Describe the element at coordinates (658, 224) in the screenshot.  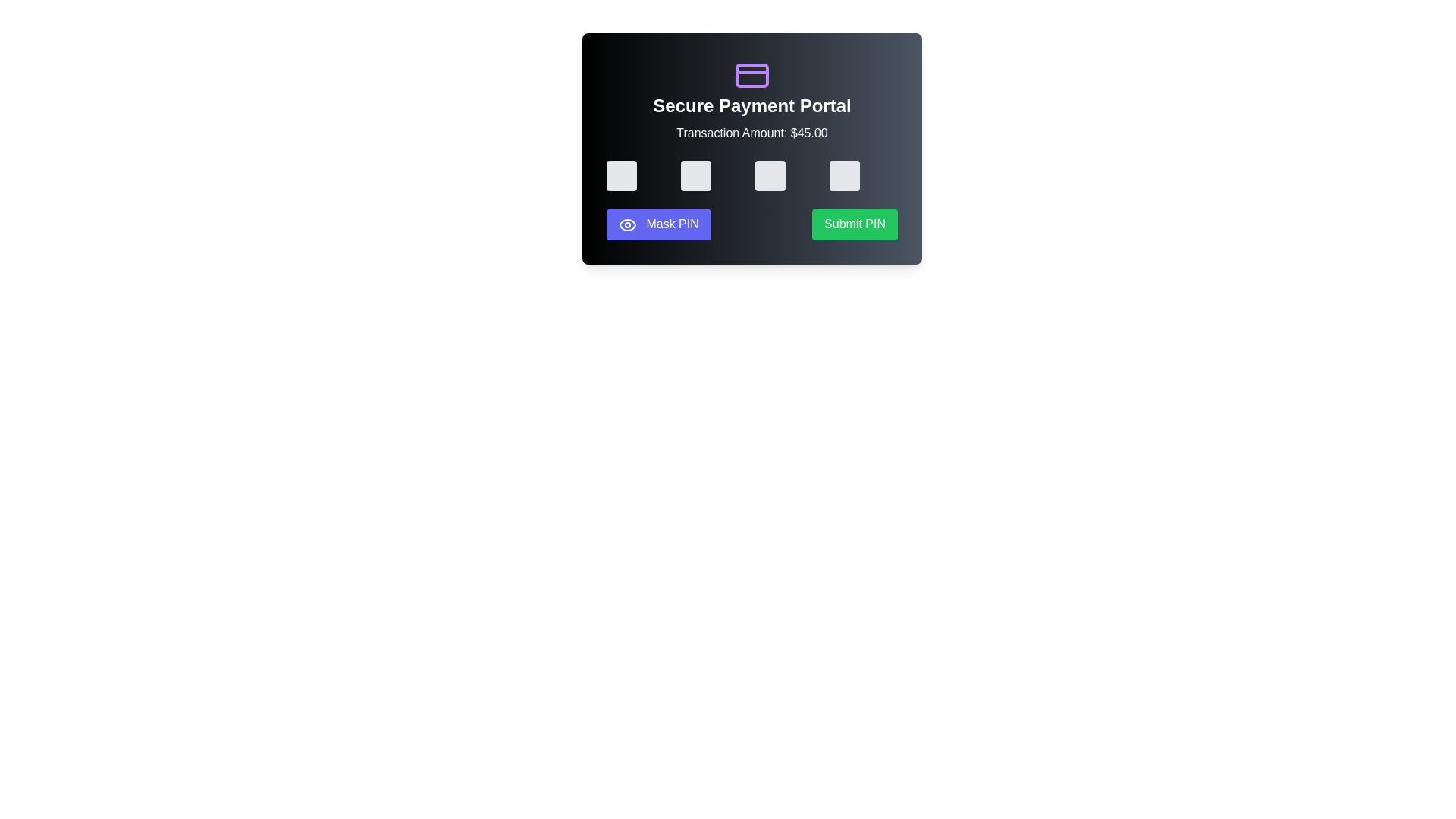
I see `the button located on the left side below the input boxes` at that location.